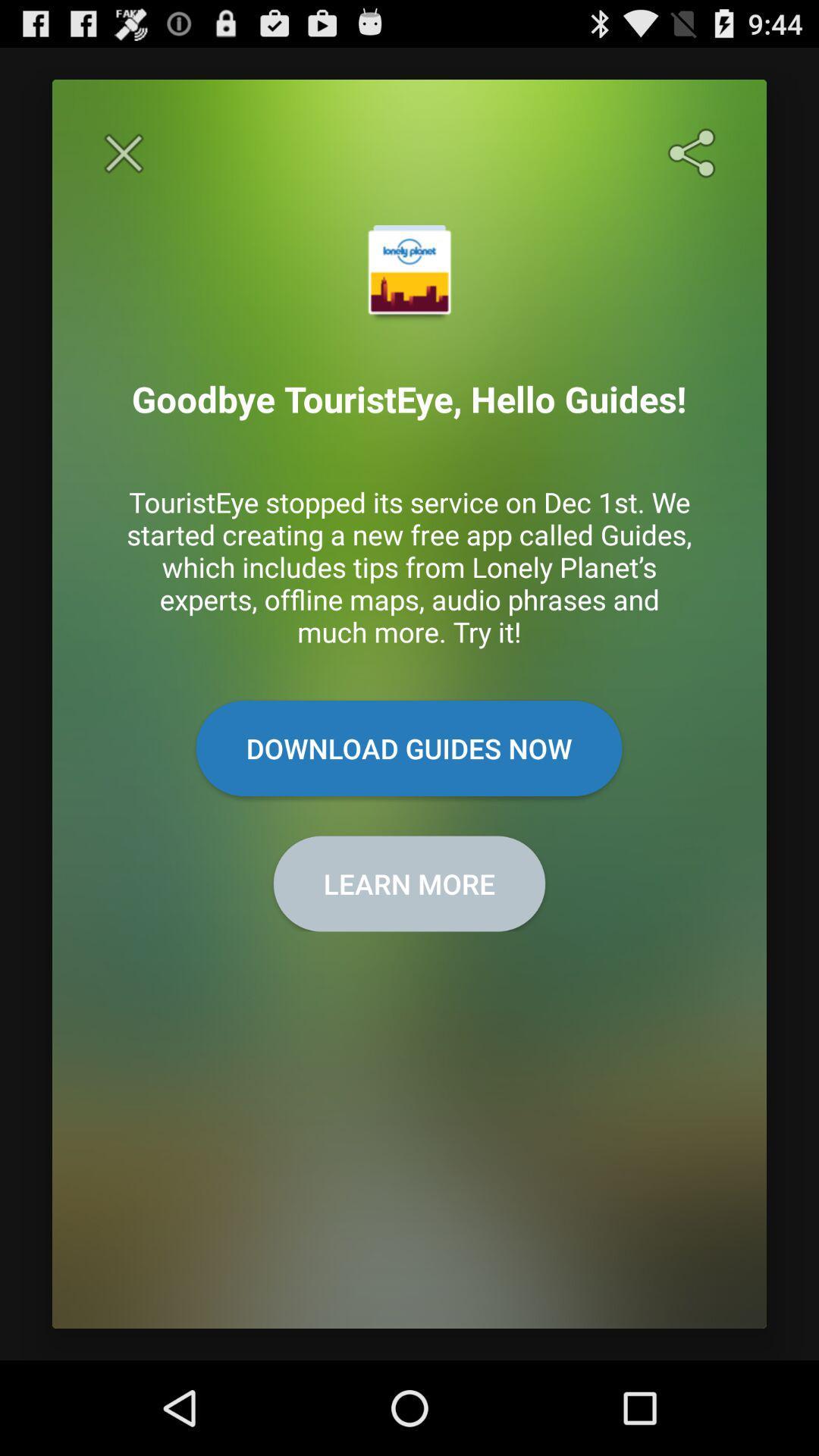 The width and height of the screenshot is (819, 1456). Describe the element at coordinates (695, 153) in the screenshot. I see `share article` at that location.